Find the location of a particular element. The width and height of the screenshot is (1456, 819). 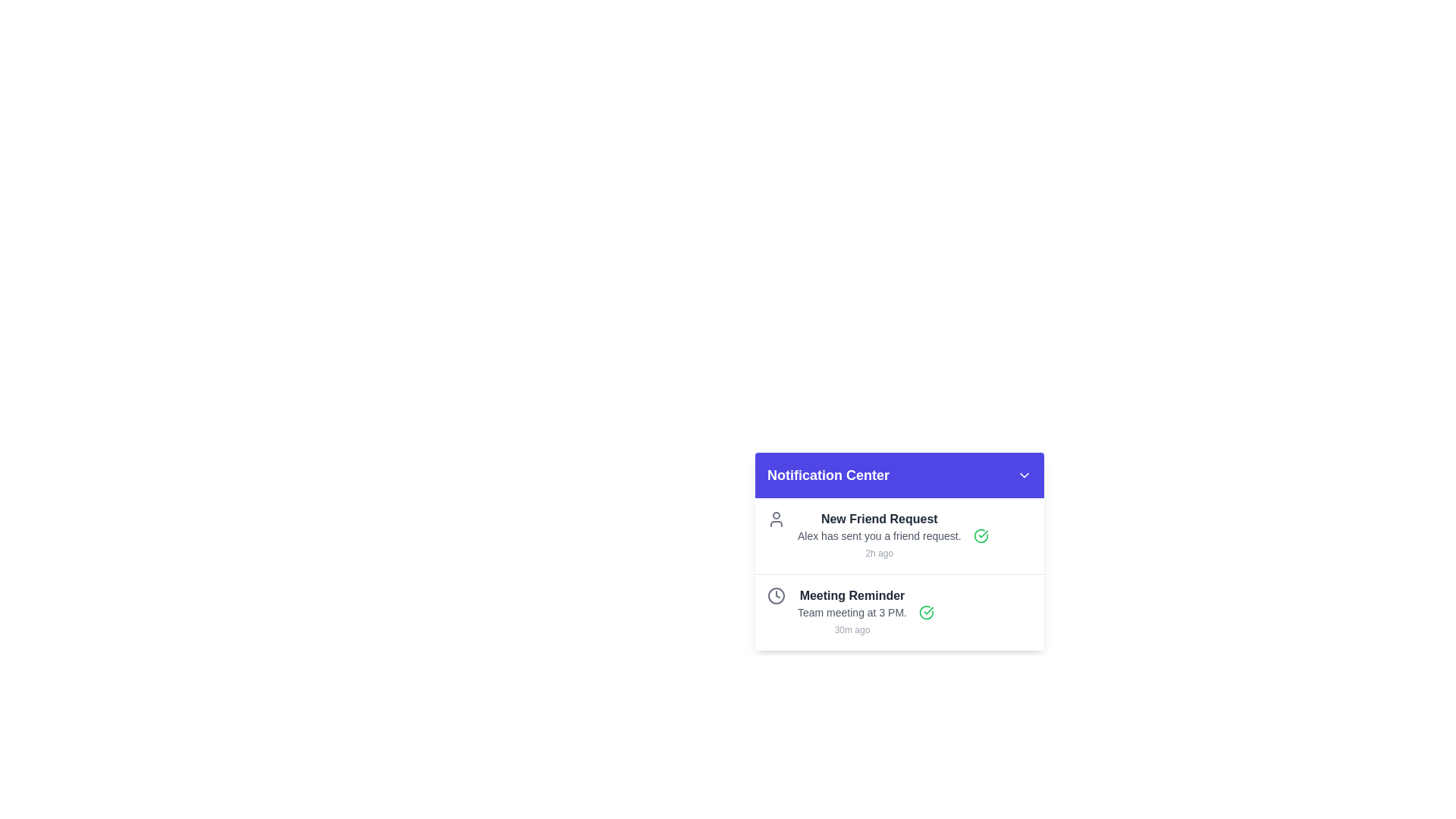

the 'New Friend Request' notification in the Notification Center for accessibility purposes is located at coordinates (879, 535).